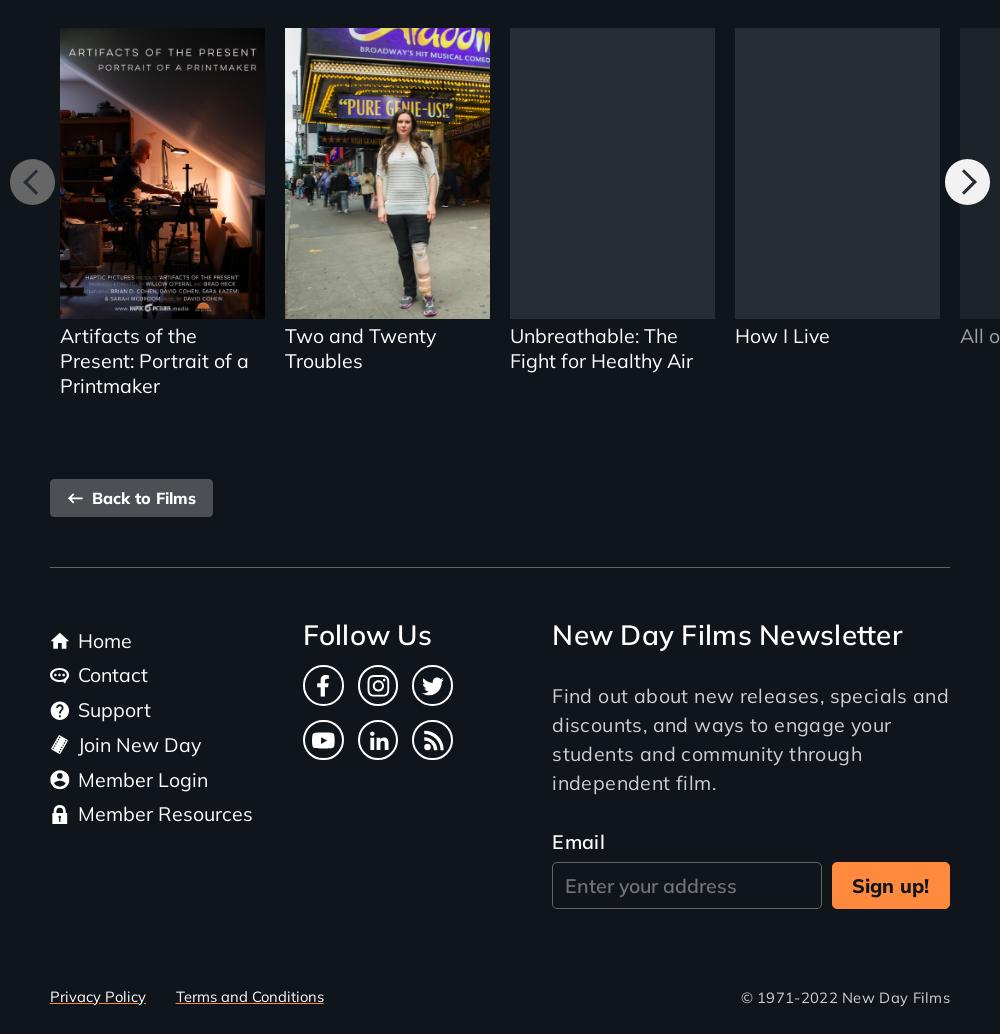 Image resolution: width=1000 pixels, height=1034 pixels. What do you see at coordinates (113, 709) in the screenshot?
I see `'Support'` at bounding box center [113, 709].